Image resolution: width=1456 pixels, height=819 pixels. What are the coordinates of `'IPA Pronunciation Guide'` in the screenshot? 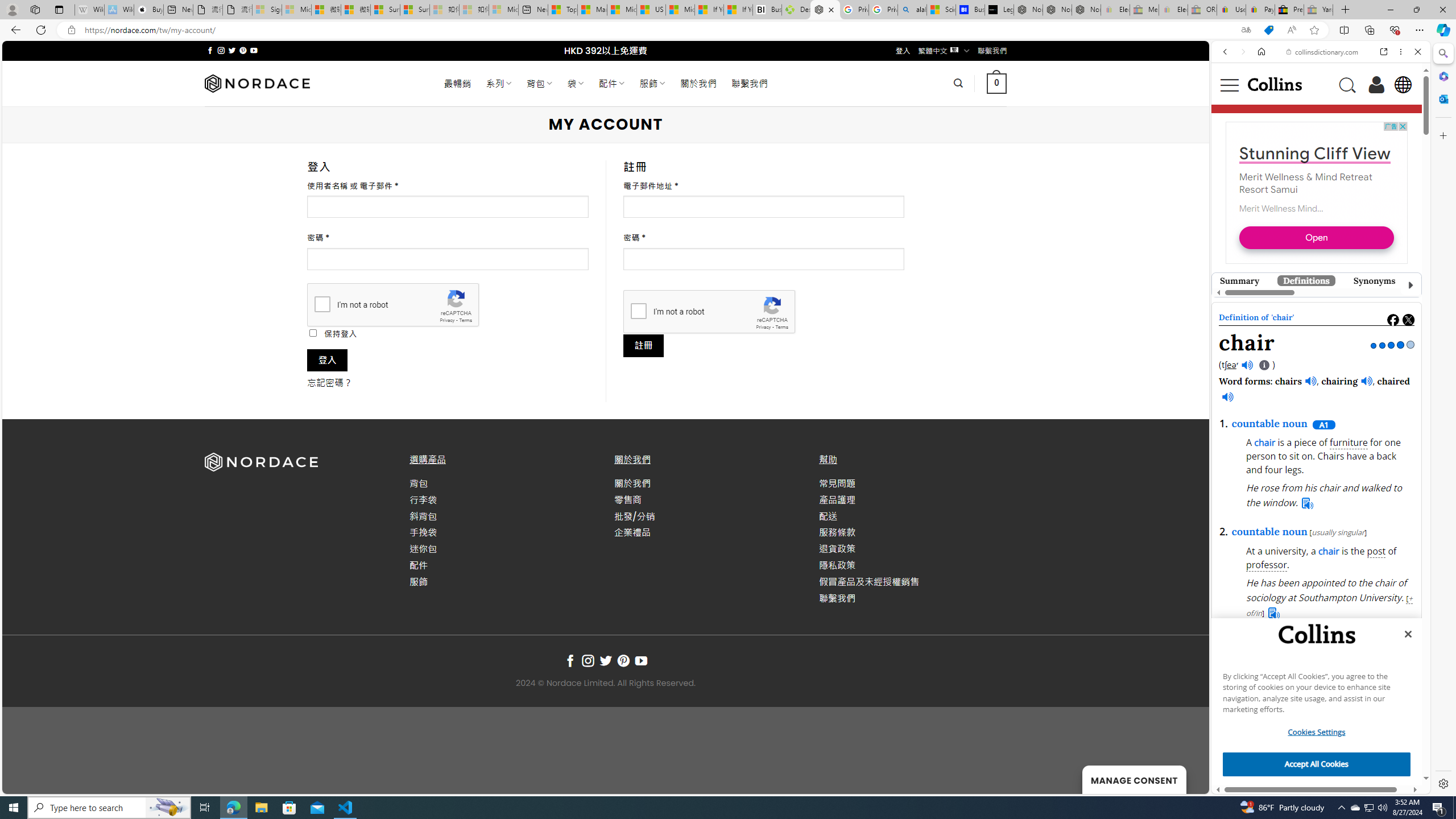 It's located at (1264, 365).